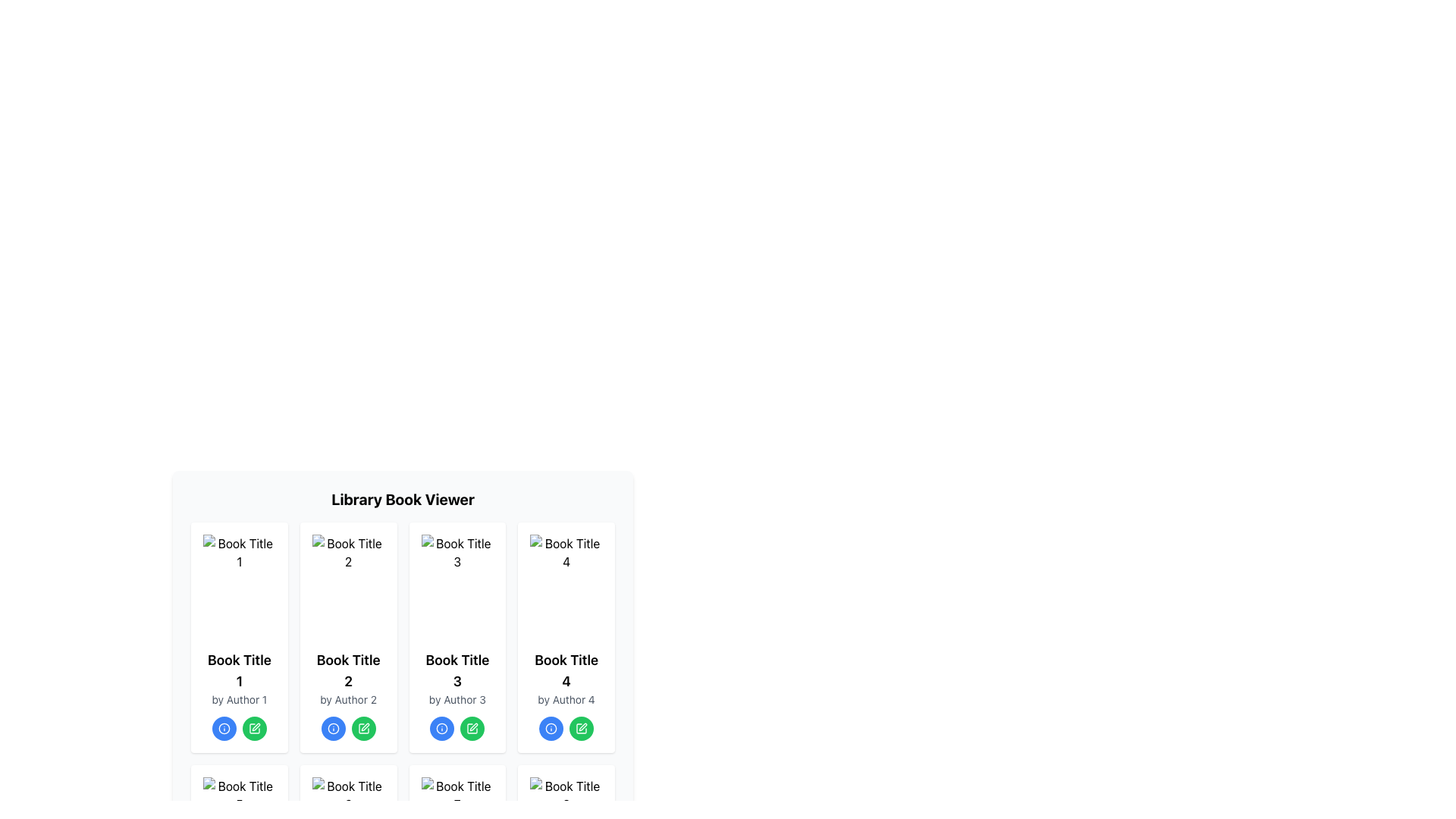 The image size is (1456, 819). What do you see at coordinates (551, 727) in the screenshot?
I see `the information icon located below the 'Book Title 4' card in the library book grid` at bounding box center [551, 727].